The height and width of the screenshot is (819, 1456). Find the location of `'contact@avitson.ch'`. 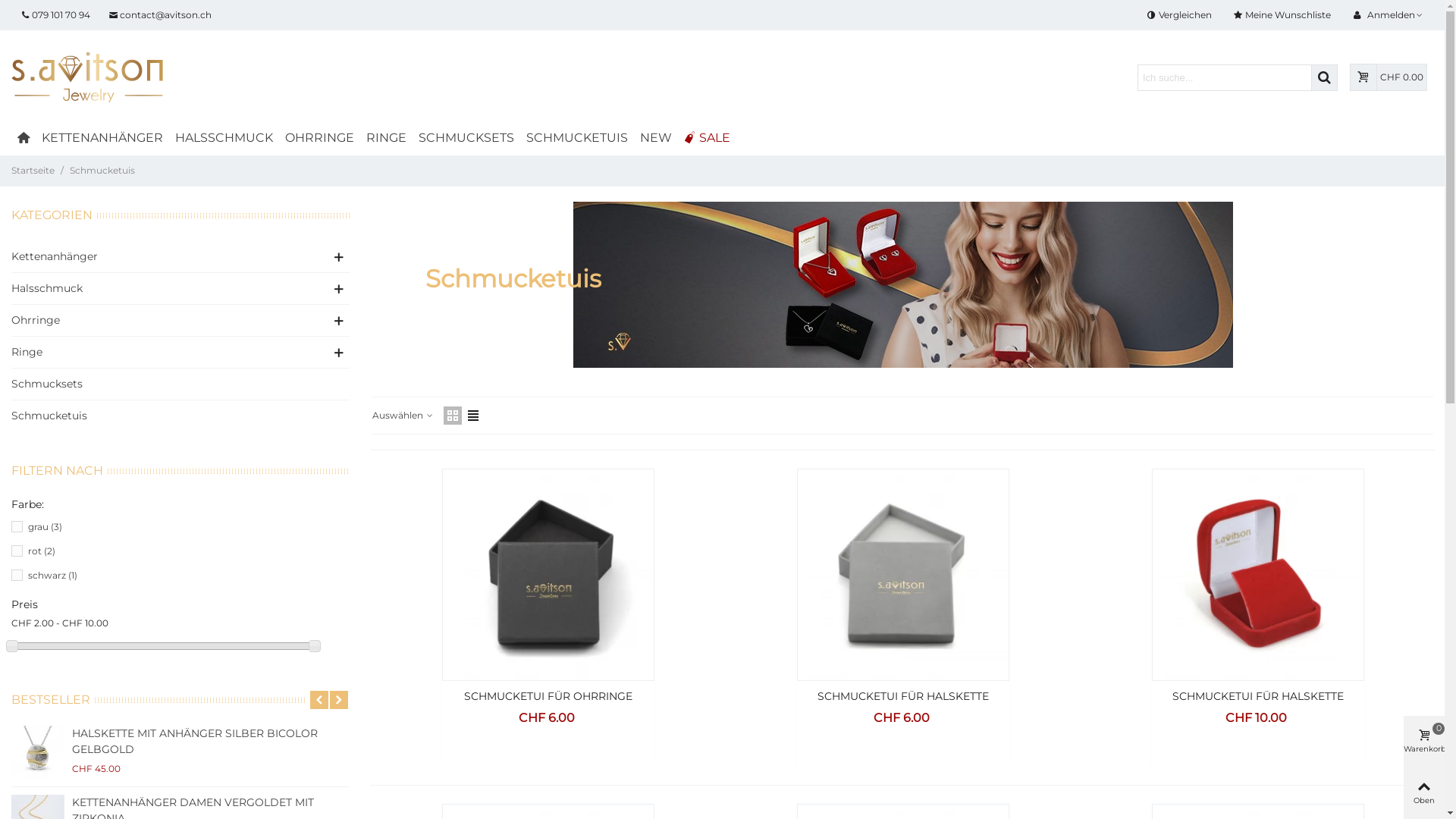

'contact@avitson.ch' is located at coordinates (160, 14).